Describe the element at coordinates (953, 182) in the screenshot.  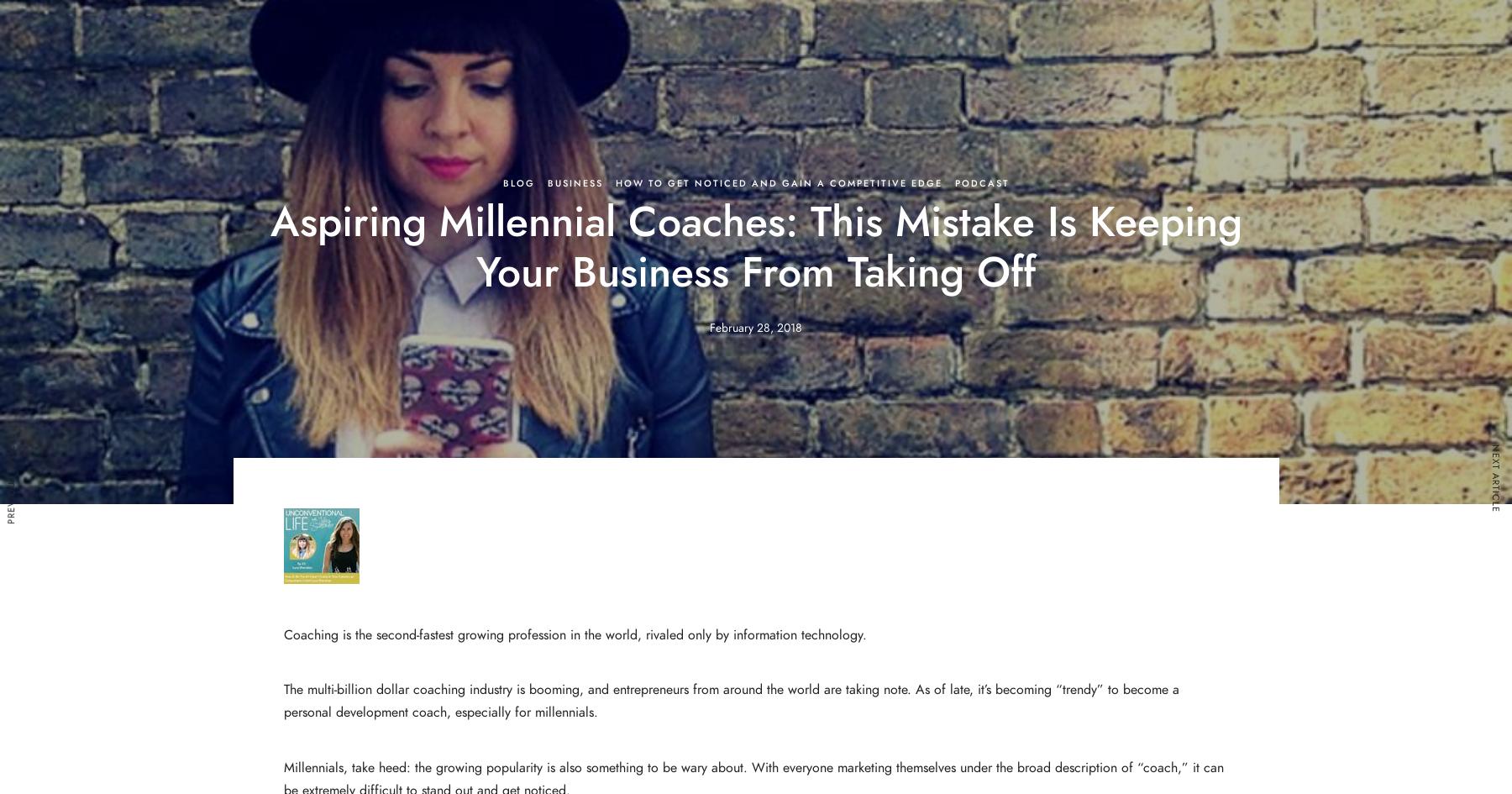
I see `'Podcast'` at that location.